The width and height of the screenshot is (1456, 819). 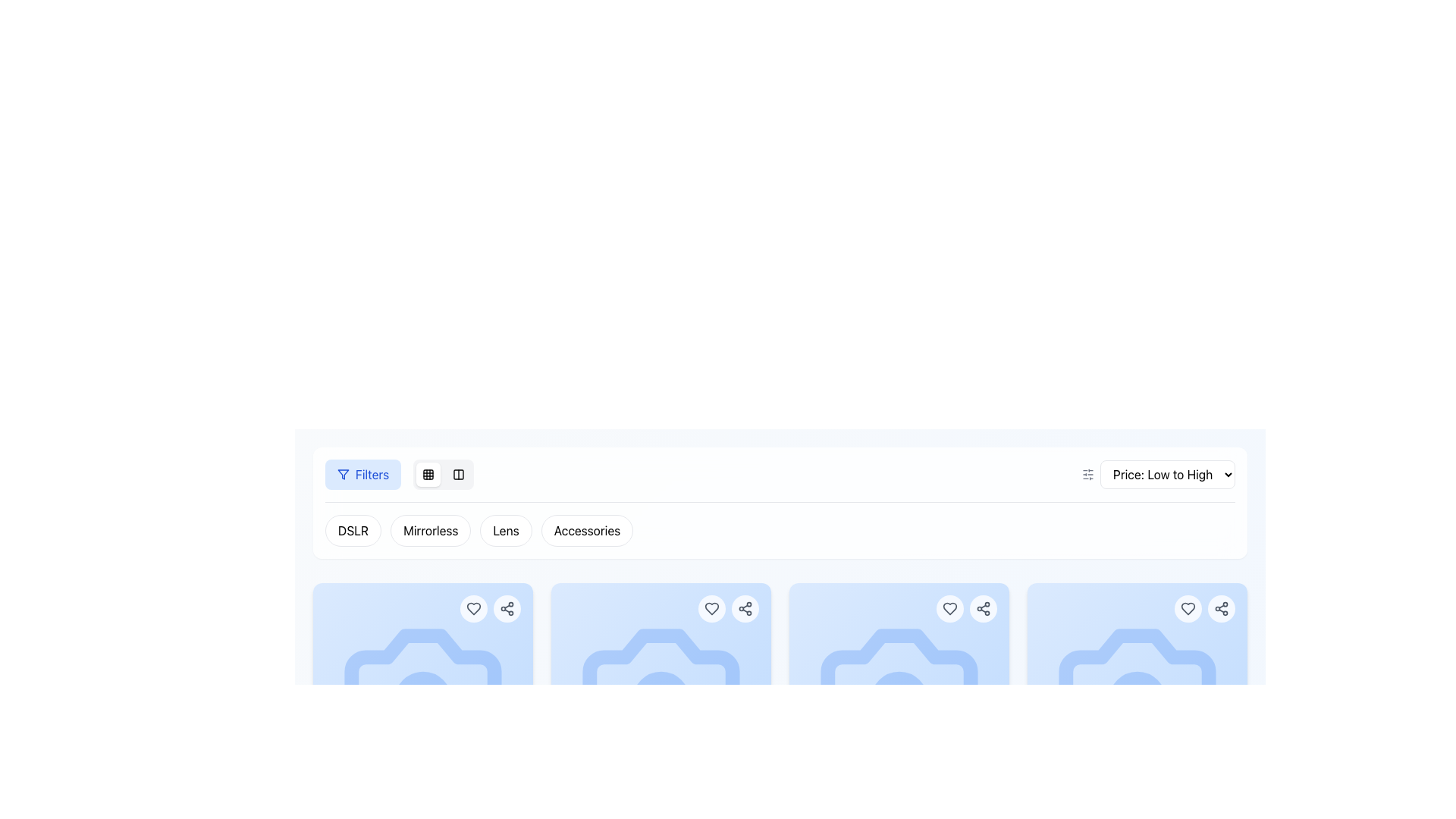 What do you see at coordinates (983, 607) in the screenshot?
I see `the share icon button located in the top-right corner of the card item, which is positioned immediately to the right of the heart-shaped button` at bounding box center [983, 607].